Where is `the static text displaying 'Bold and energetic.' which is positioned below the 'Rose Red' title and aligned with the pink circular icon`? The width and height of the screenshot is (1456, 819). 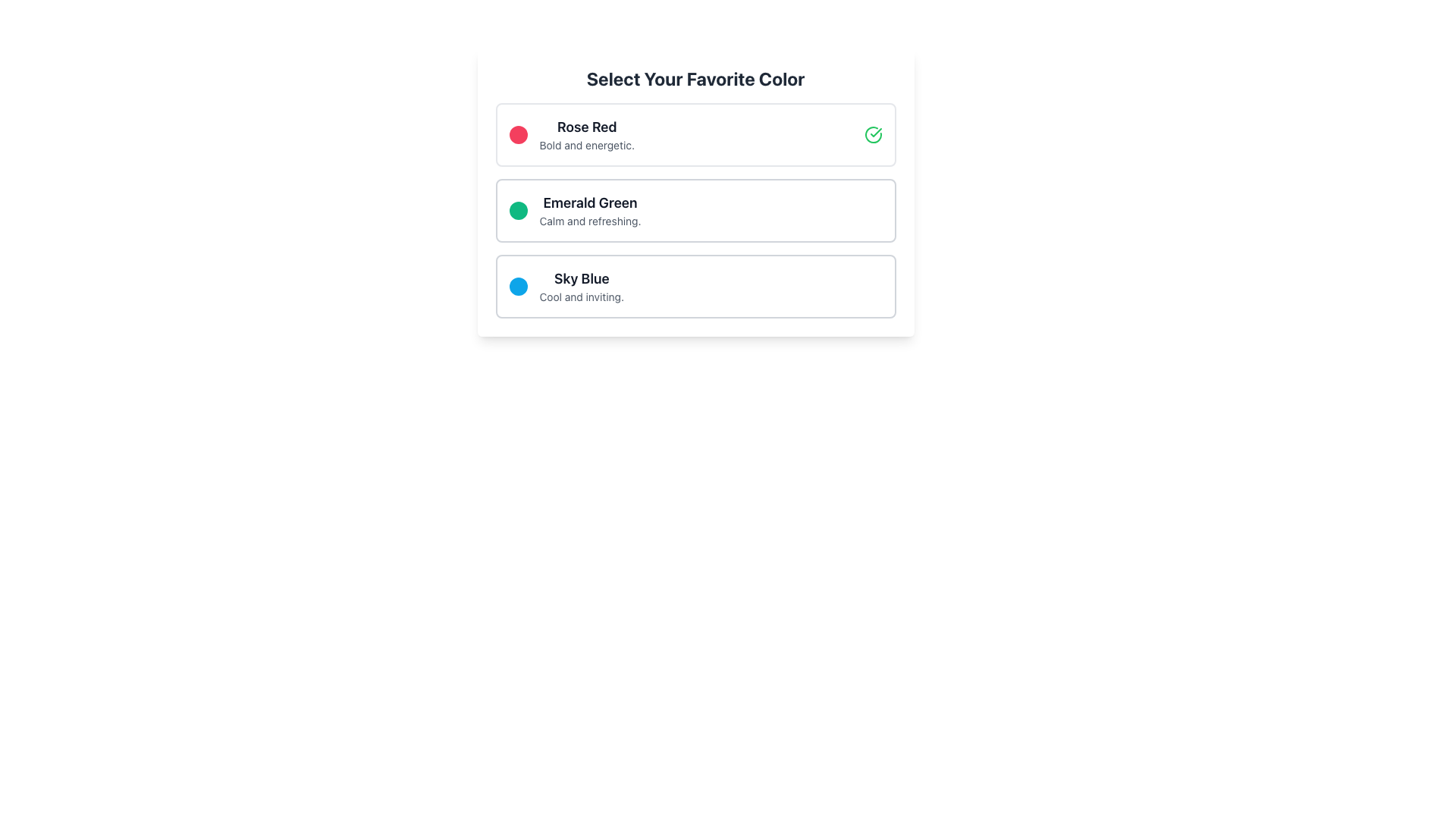 the static text displaying 'Bold and energetic.' which is positioned below the 'Rose Red' title and aligned with the pink circular icon is located at coordinates (586, 146).